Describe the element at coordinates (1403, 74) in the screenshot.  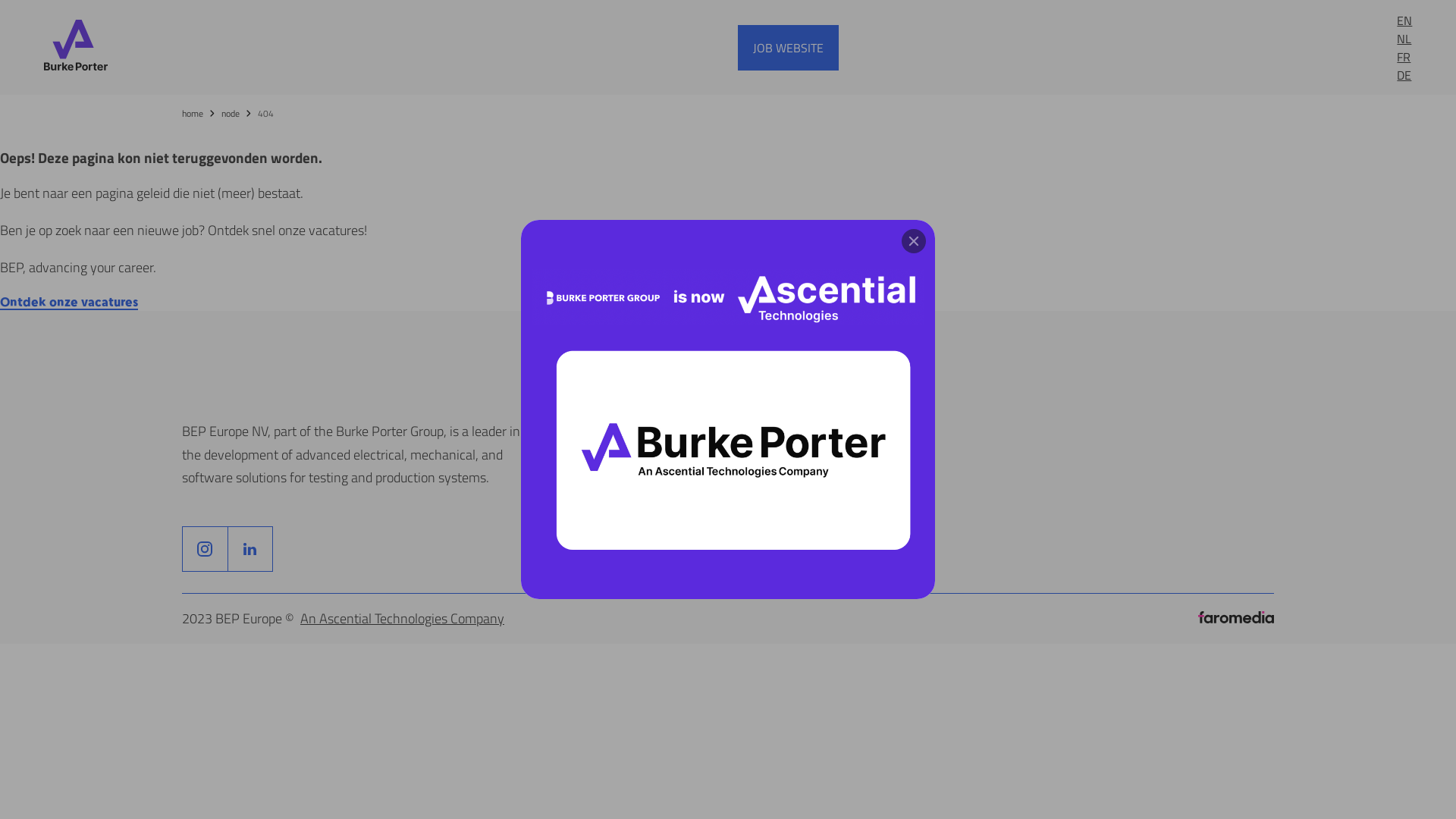
I see `'DE'` at that location.